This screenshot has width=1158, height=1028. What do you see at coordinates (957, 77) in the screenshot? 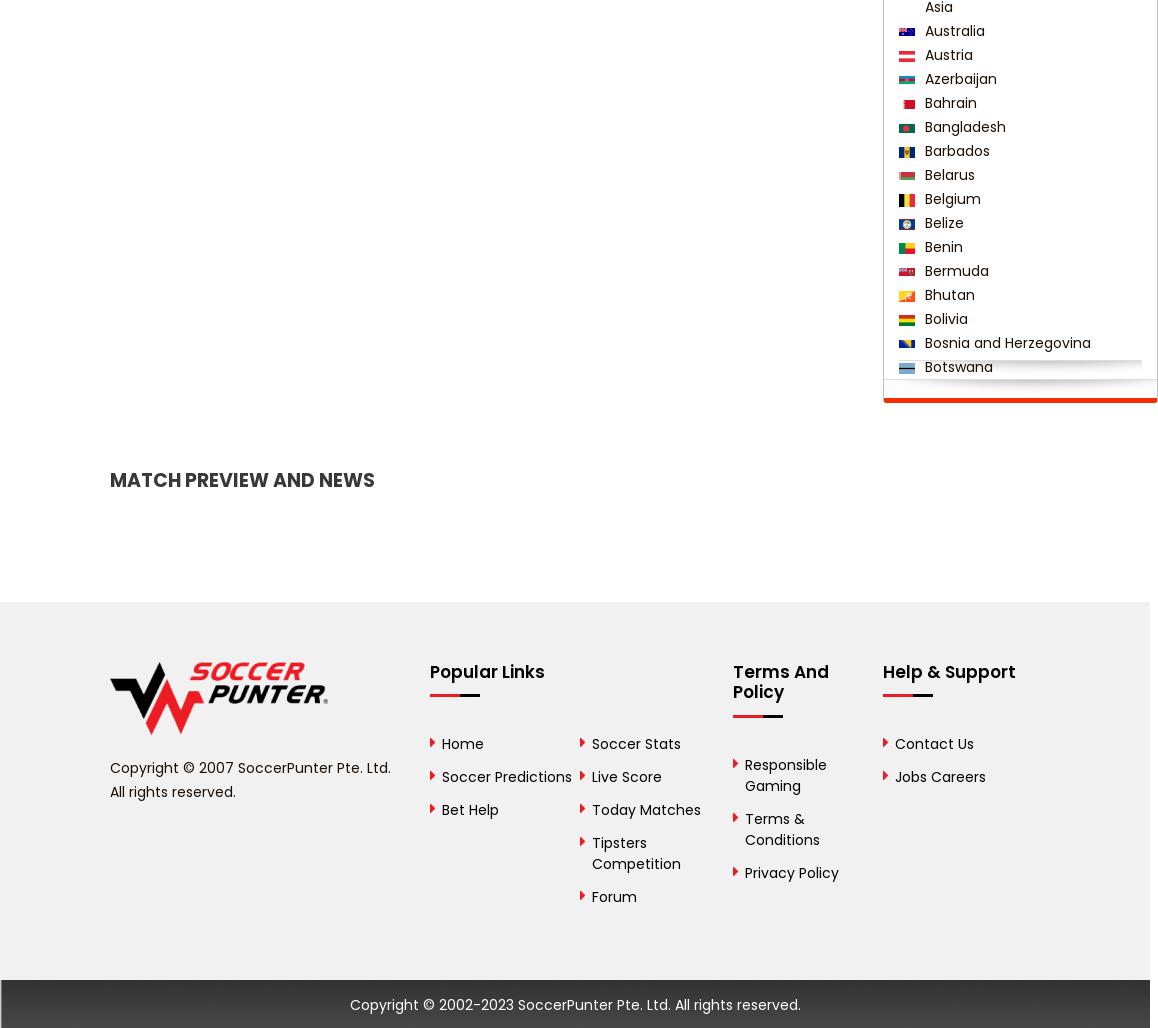
I see `'Azerbaijan'` at bounding box center [957, 77].